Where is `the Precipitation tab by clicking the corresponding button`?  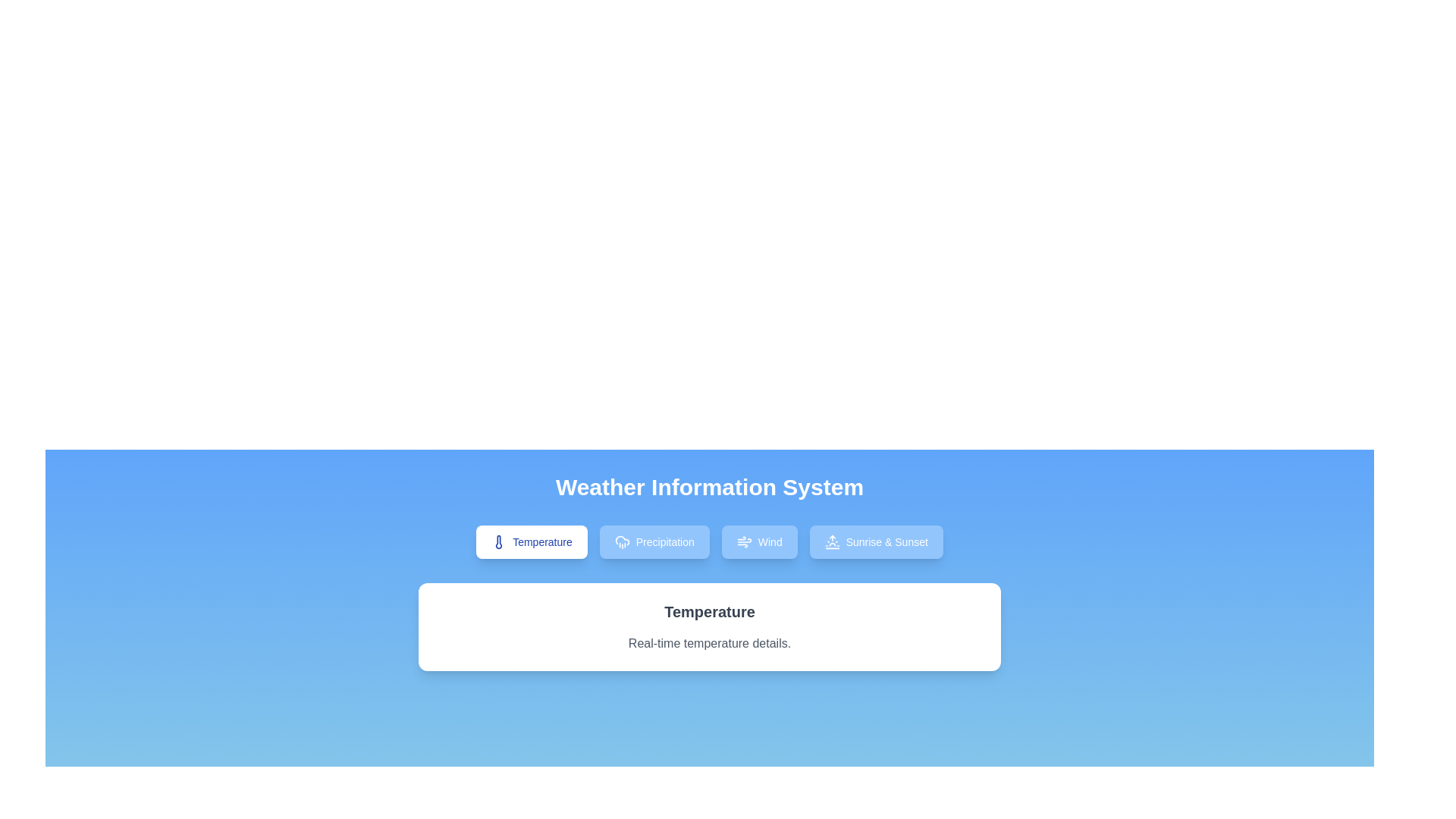
the Precipitation tab by clicking the corresponding button is located at coordinates (654, 541).